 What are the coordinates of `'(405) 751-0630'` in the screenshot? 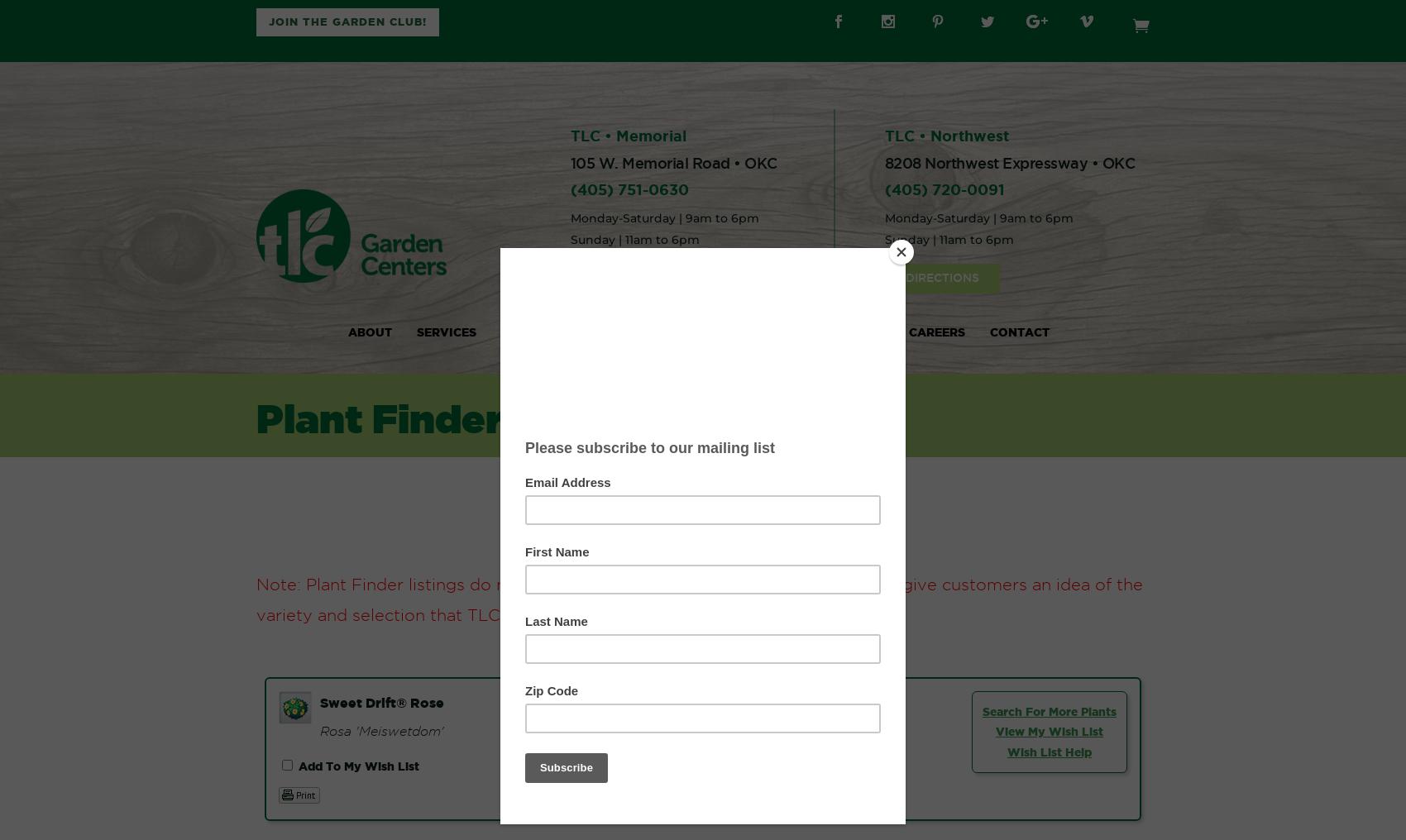 It's located at (628, 189).